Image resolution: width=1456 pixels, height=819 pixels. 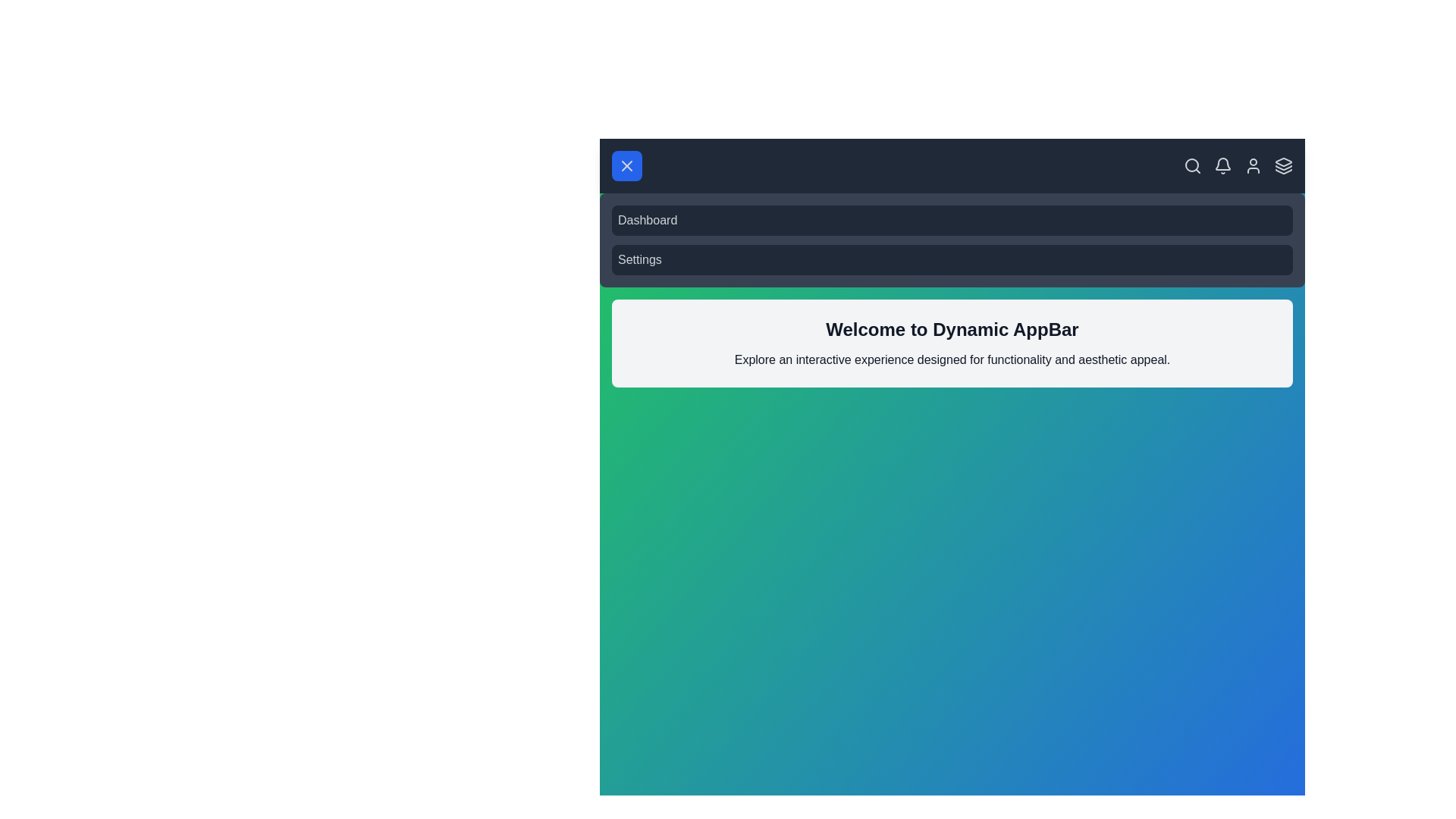 What do you see at coordinates (611, 220) in the screenshot?
I see `the Dashboard item in the navigation menu` at bounding box center [611, 220].